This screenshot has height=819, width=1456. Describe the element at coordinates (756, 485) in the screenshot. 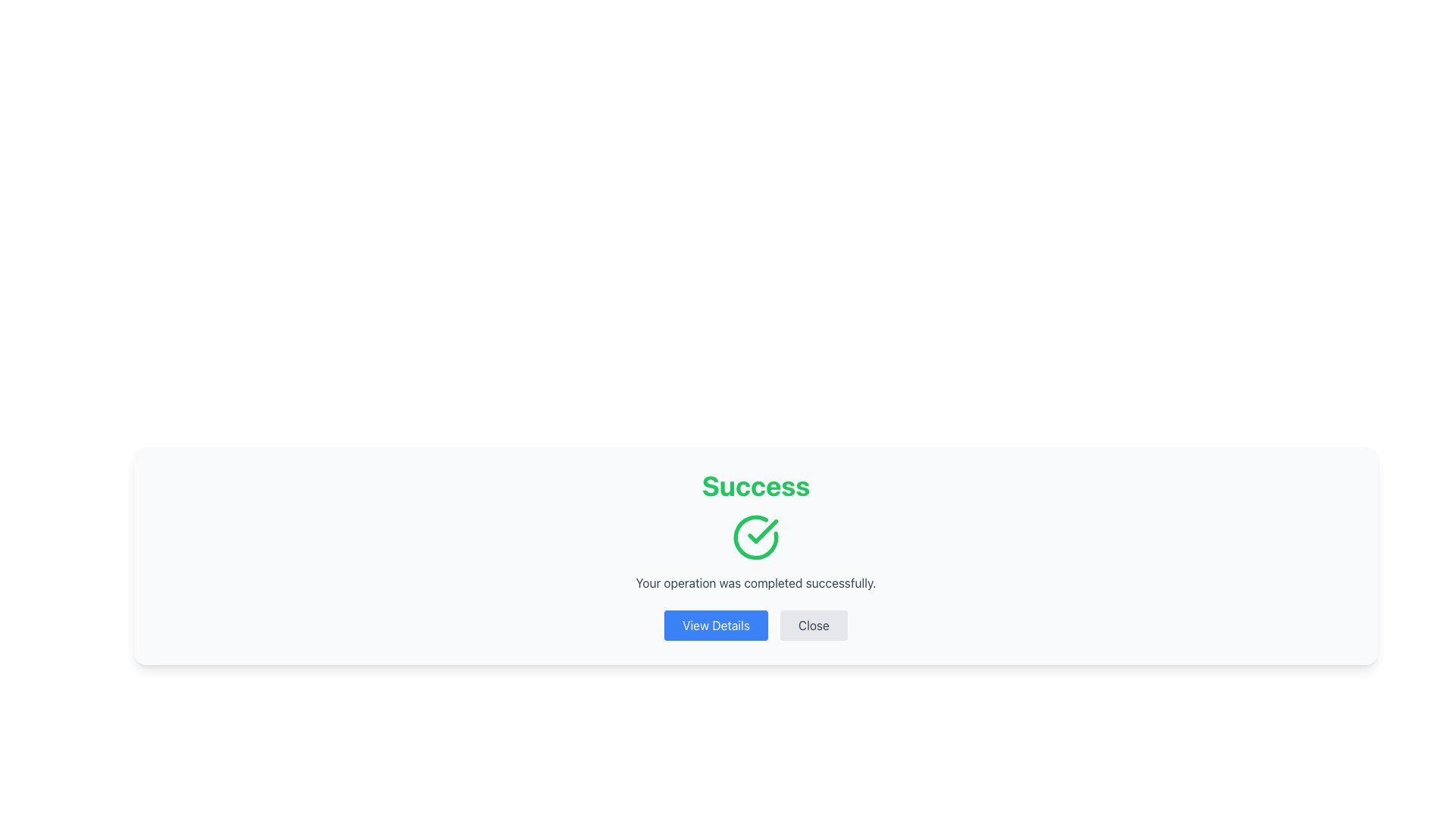

I see `the confirmation heading text label that indicates a successful operation, prominently displayed at the top of the centered panel` at that location.